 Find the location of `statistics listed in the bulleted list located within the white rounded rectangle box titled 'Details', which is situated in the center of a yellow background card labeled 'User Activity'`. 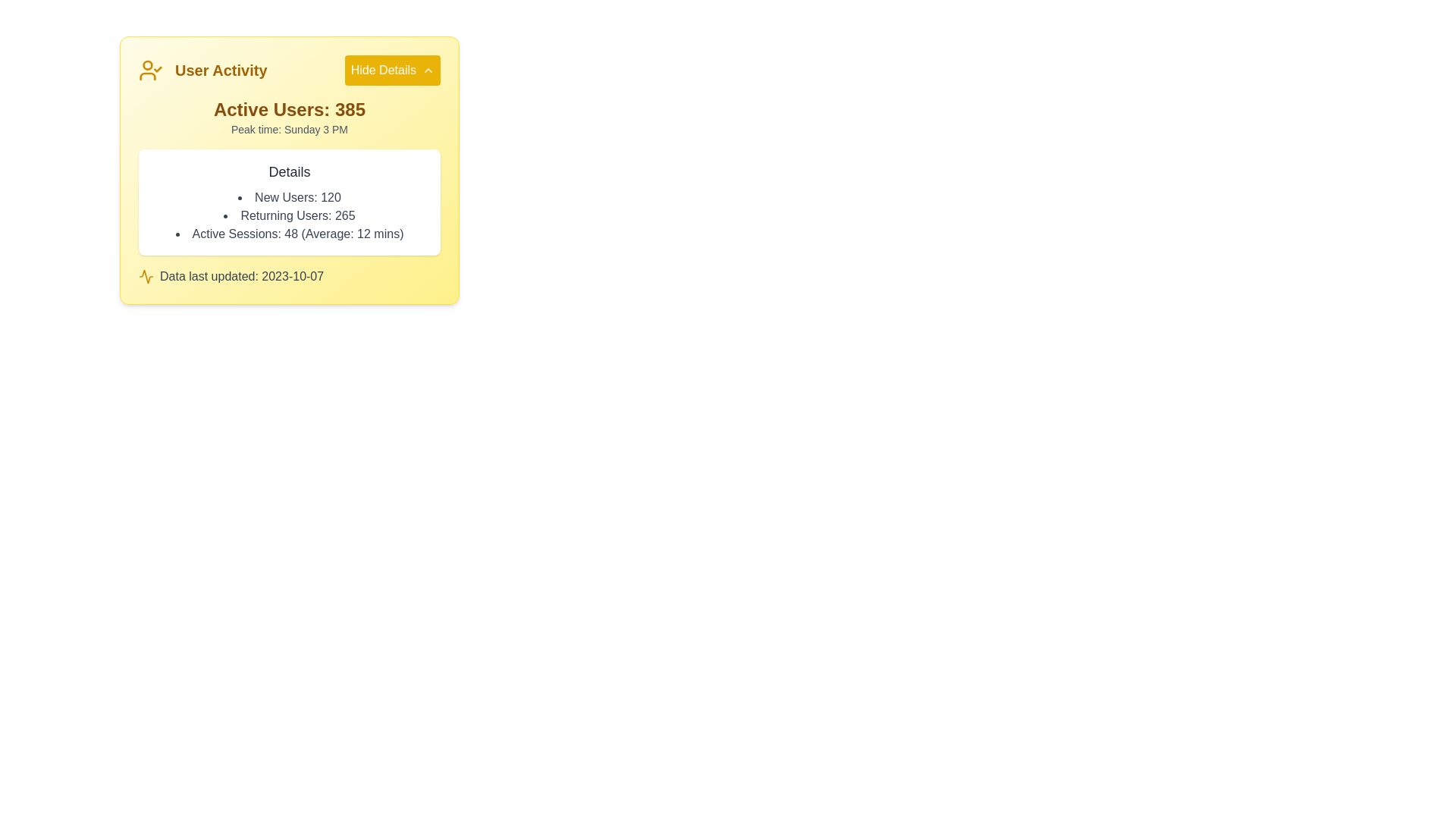

statistics listed in the bulleted list located within the white rounded rectangle box titled 'Details', which is situated in the center of a yellow background card labeled 'User Activity' is located at coordinates (290, 216).